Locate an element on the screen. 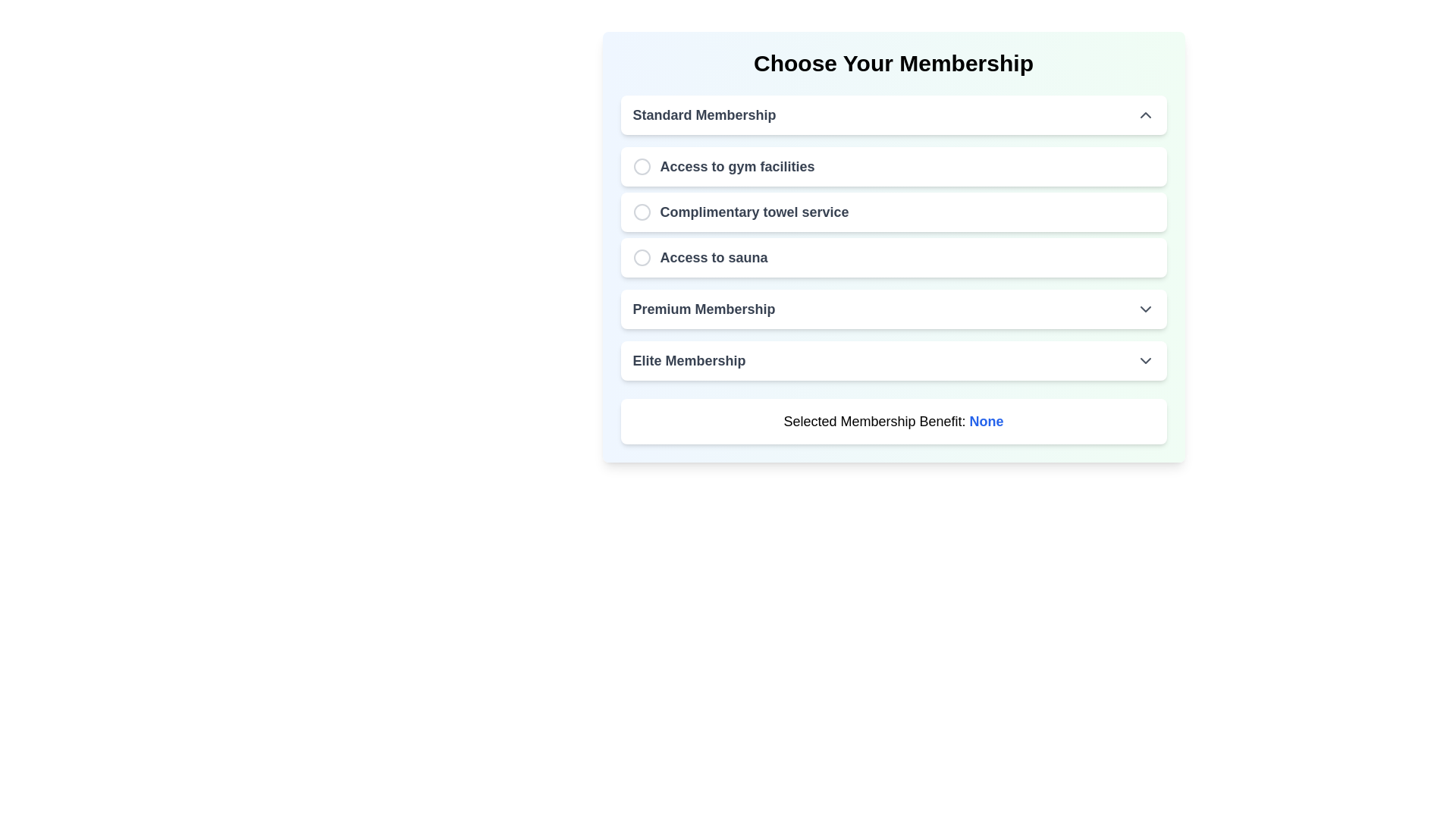 The height and width of the screenshot is (819, 1456). the radio button icon is located at coordinates (642, 166).